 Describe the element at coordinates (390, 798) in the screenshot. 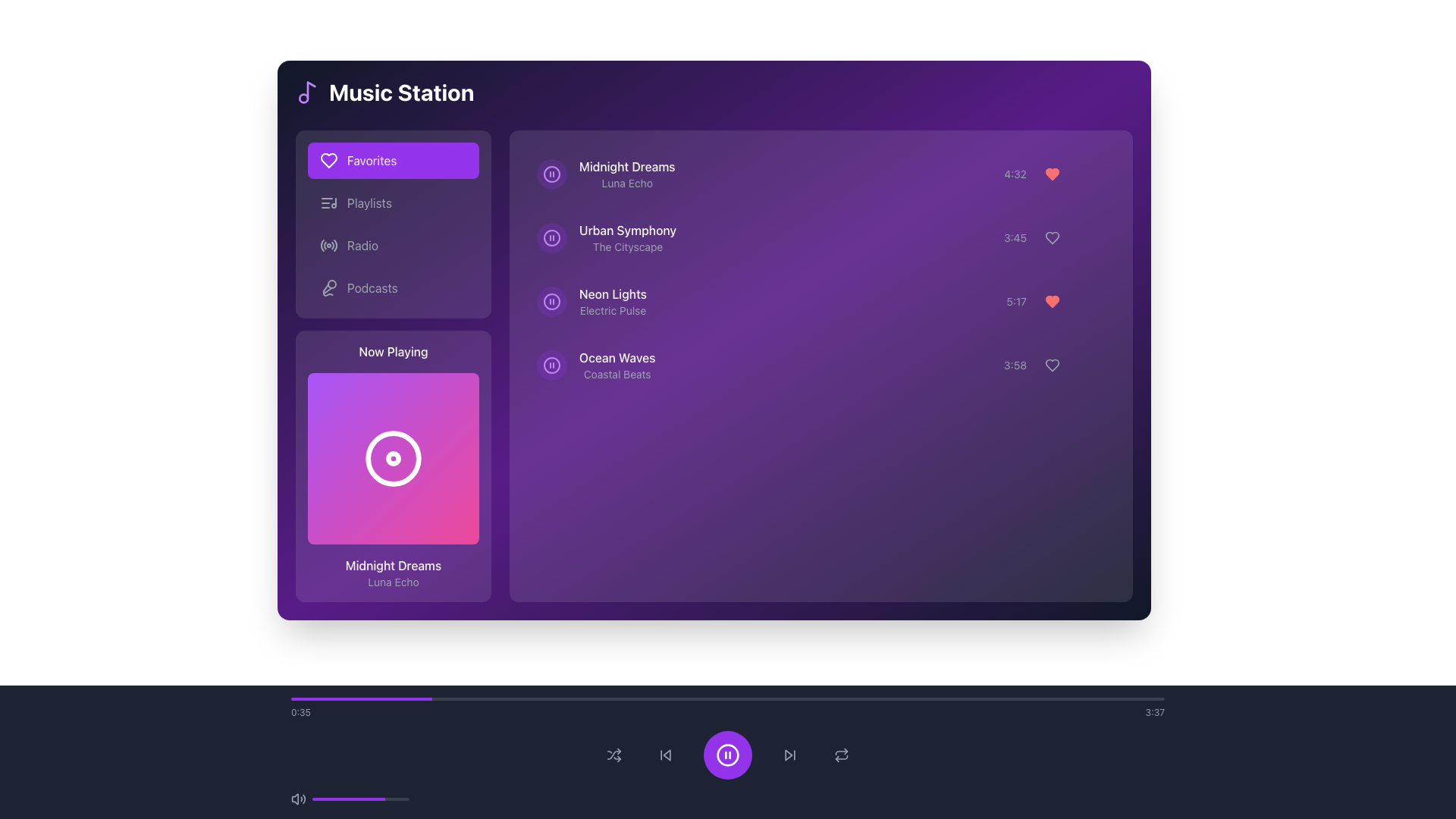

I see `the progress` at that location.